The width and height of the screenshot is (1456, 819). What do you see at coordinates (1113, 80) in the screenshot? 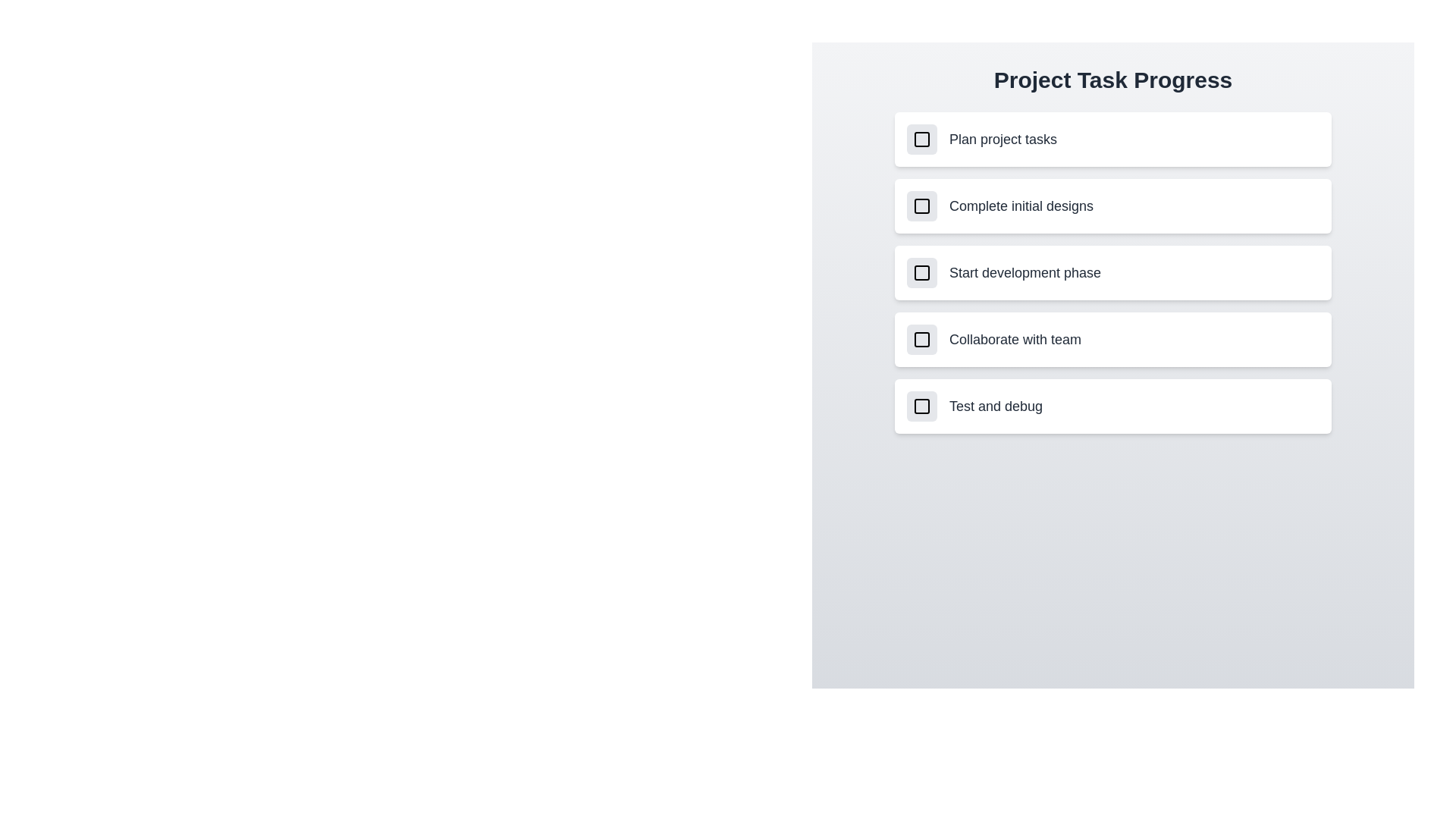
I see `the title 'Project Task Progress' to interact with it` at bounding box center [1113, 80].